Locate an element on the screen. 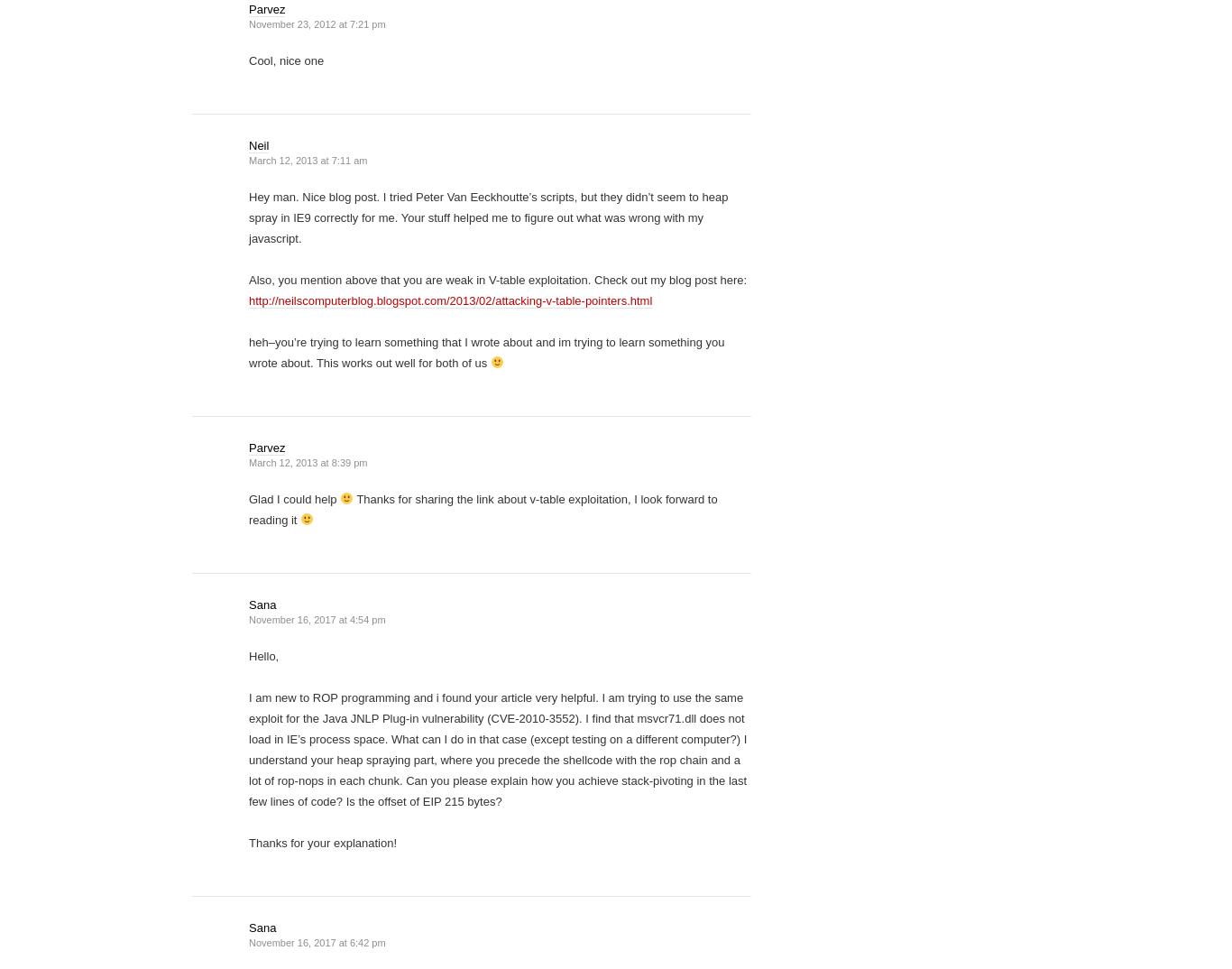  'Hello,' is located at coordinates (263, 656).